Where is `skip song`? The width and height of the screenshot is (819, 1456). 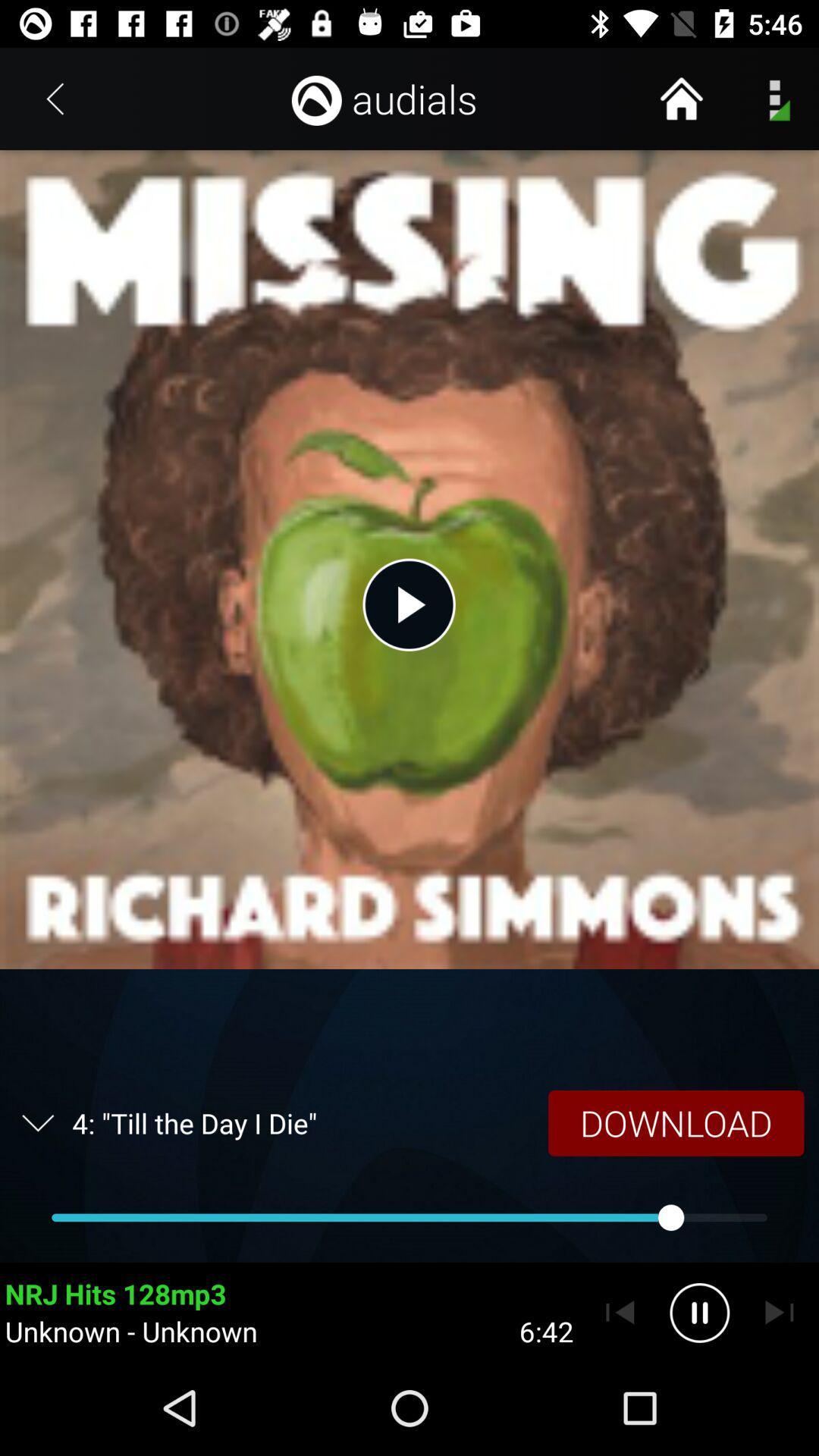 skip song is located at coordinates (779, 1312).